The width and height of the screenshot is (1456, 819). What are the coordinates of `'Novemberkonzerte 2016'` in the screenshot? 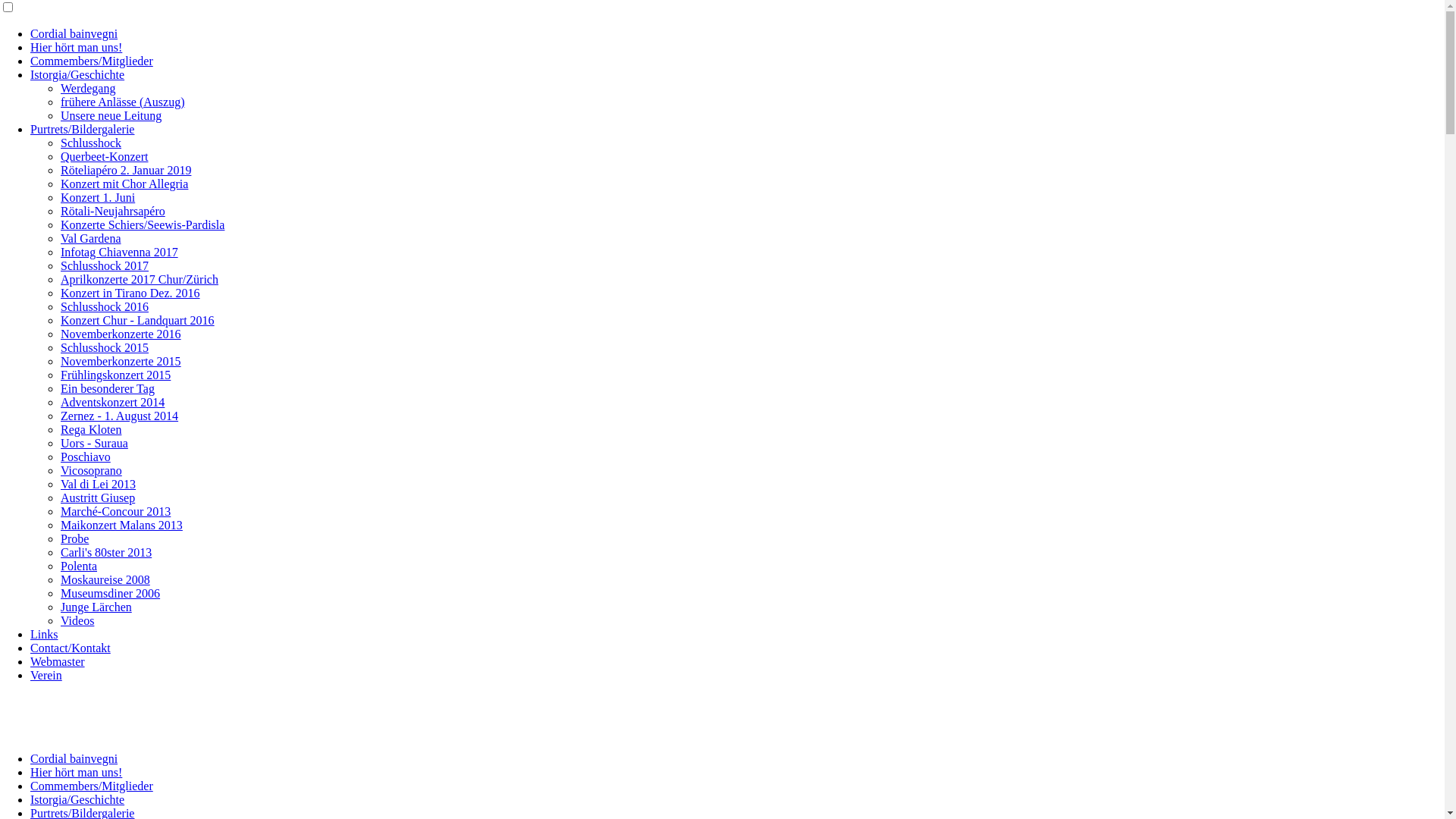 It's located at (61, 333).